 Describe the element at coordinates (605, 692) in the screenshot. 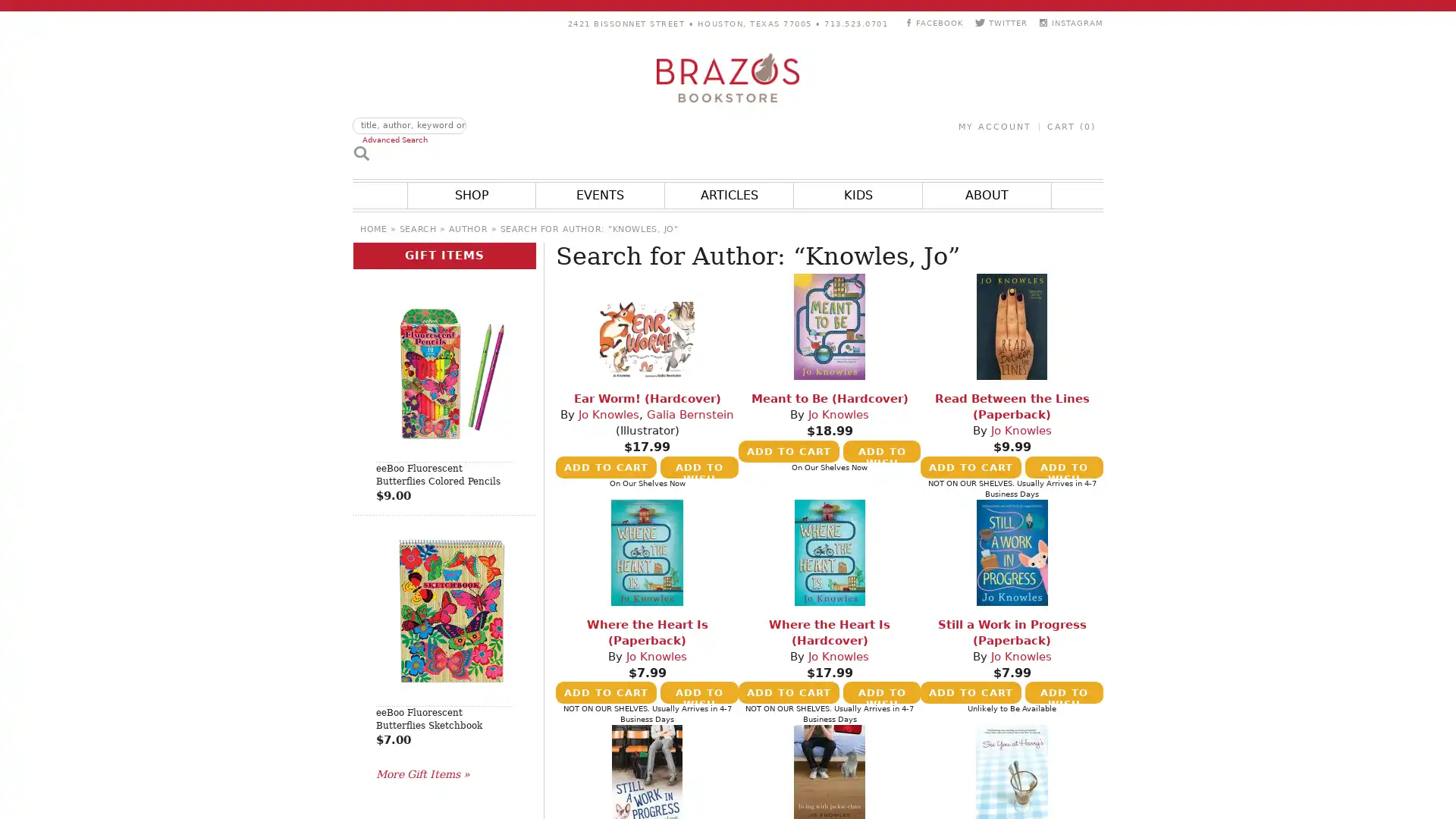

I see `Add to Cart` at that location.